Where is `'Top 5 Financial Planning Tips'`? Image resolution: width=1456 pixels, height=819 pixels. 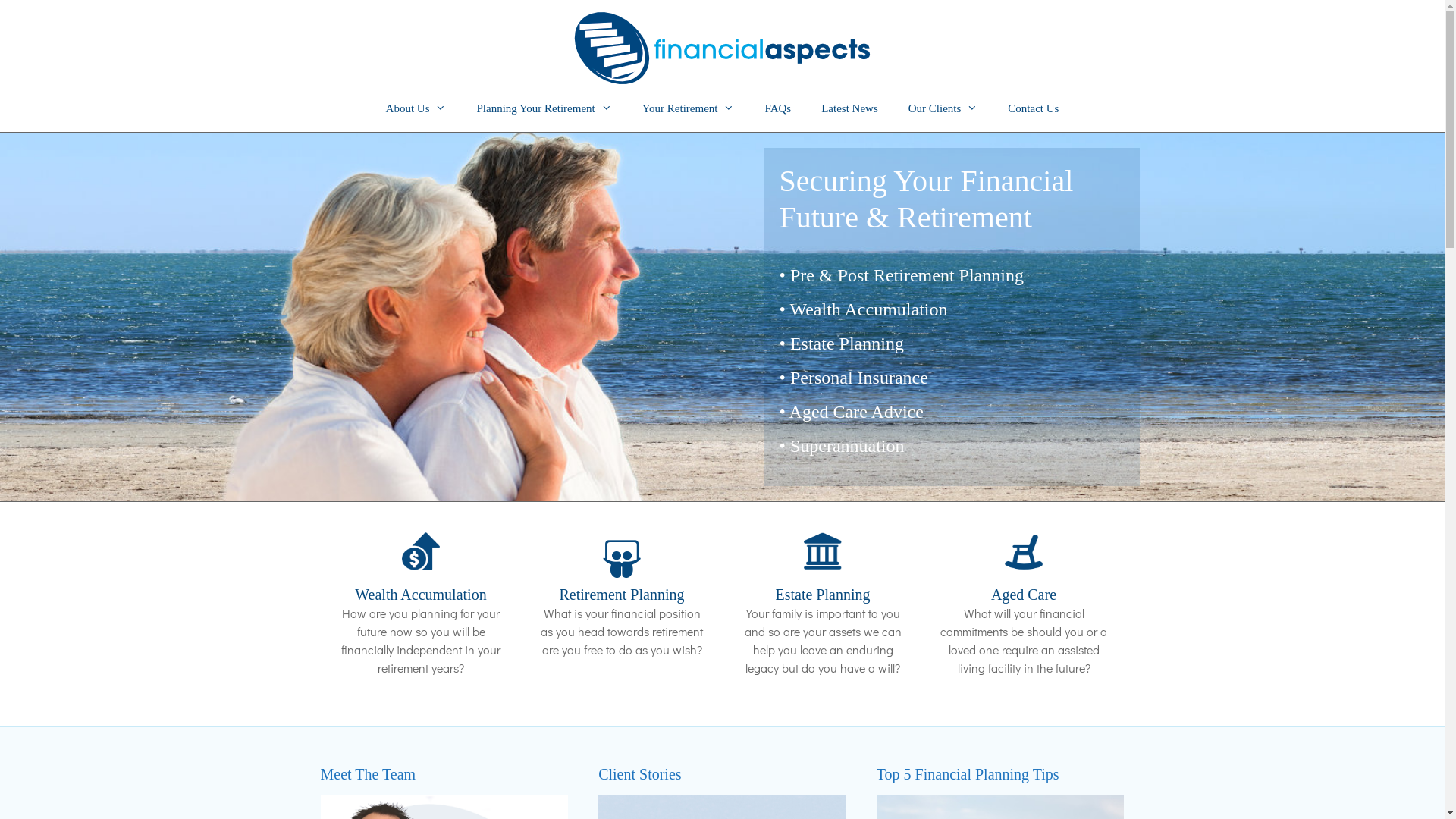 'Top 5 Financial Planning Tips' is located at coordinates (877, 774).